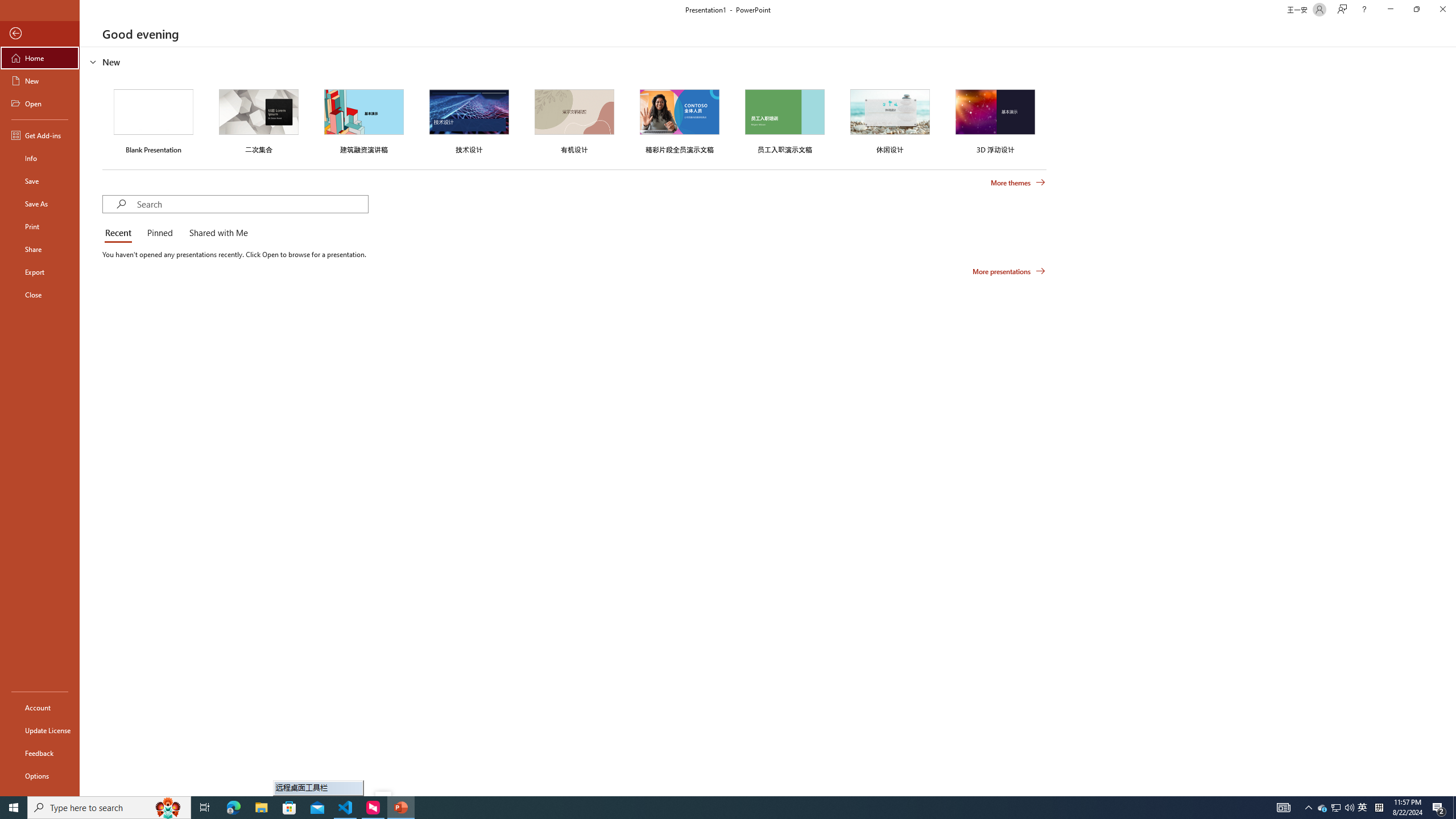  What do you see at coordinates (153, 119) in the screenshot?
I see `'Blank Presentation'` at bounding box center [153, 119].